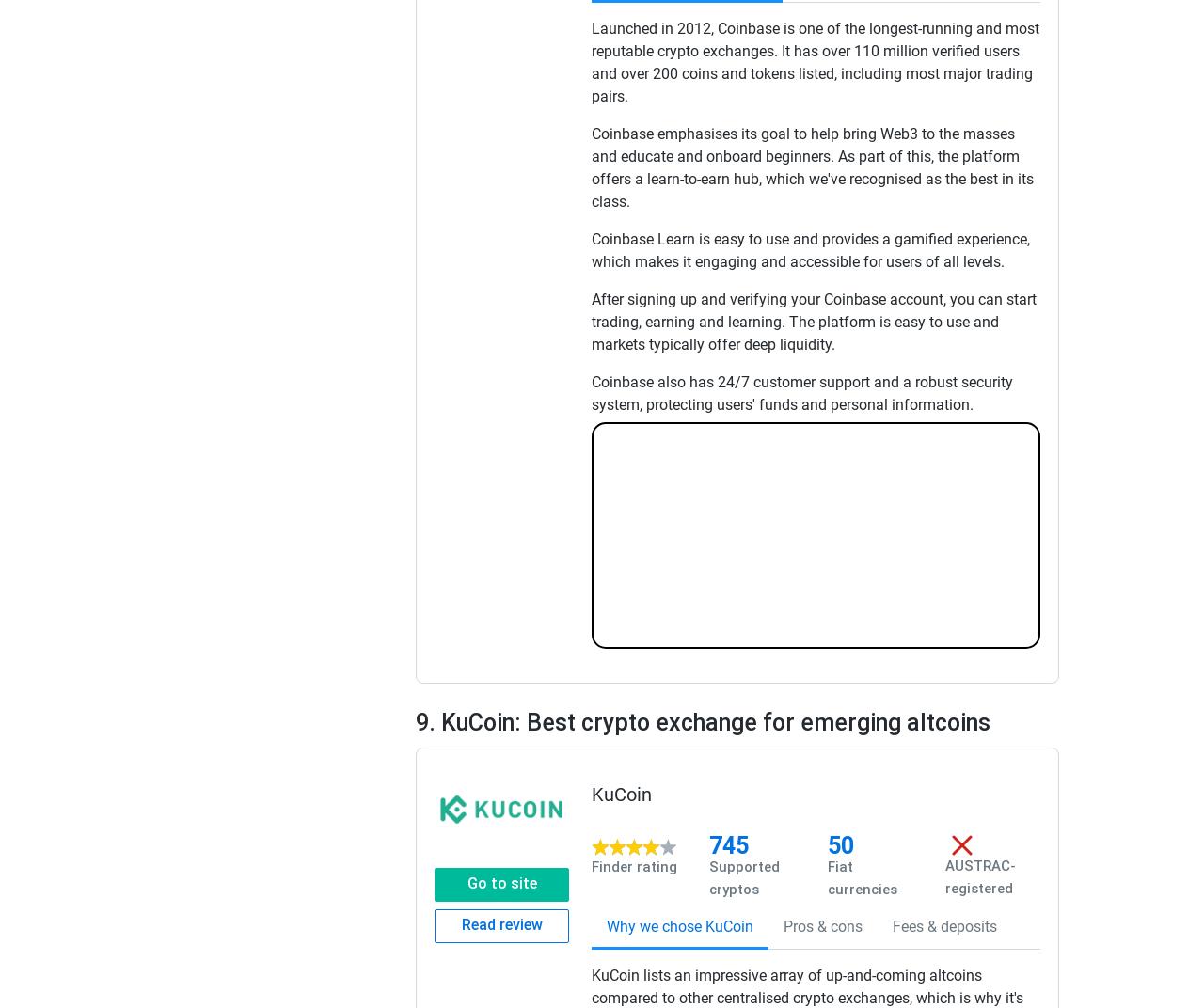  What do you see at coordinates (500, 882) in the screenshot?
I see `'Go to site'` at bounding box center [500, 882].